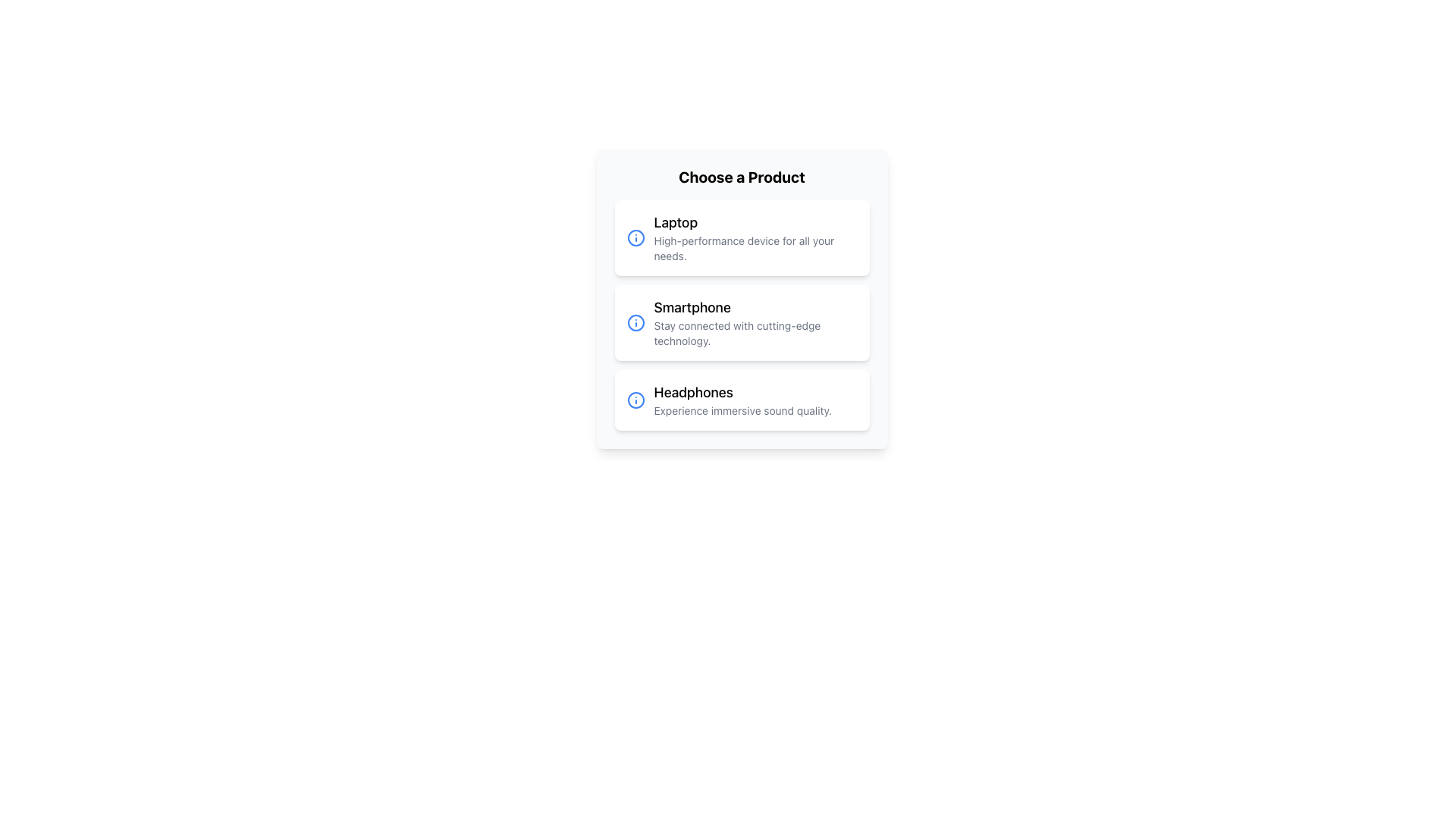 The height and width of the screenshot is (819, 1456). What do you see at coordinates (742, 298) in the screenshot?
I see `the 'Smartphone' selectable card` at bounding box center [742, 298].